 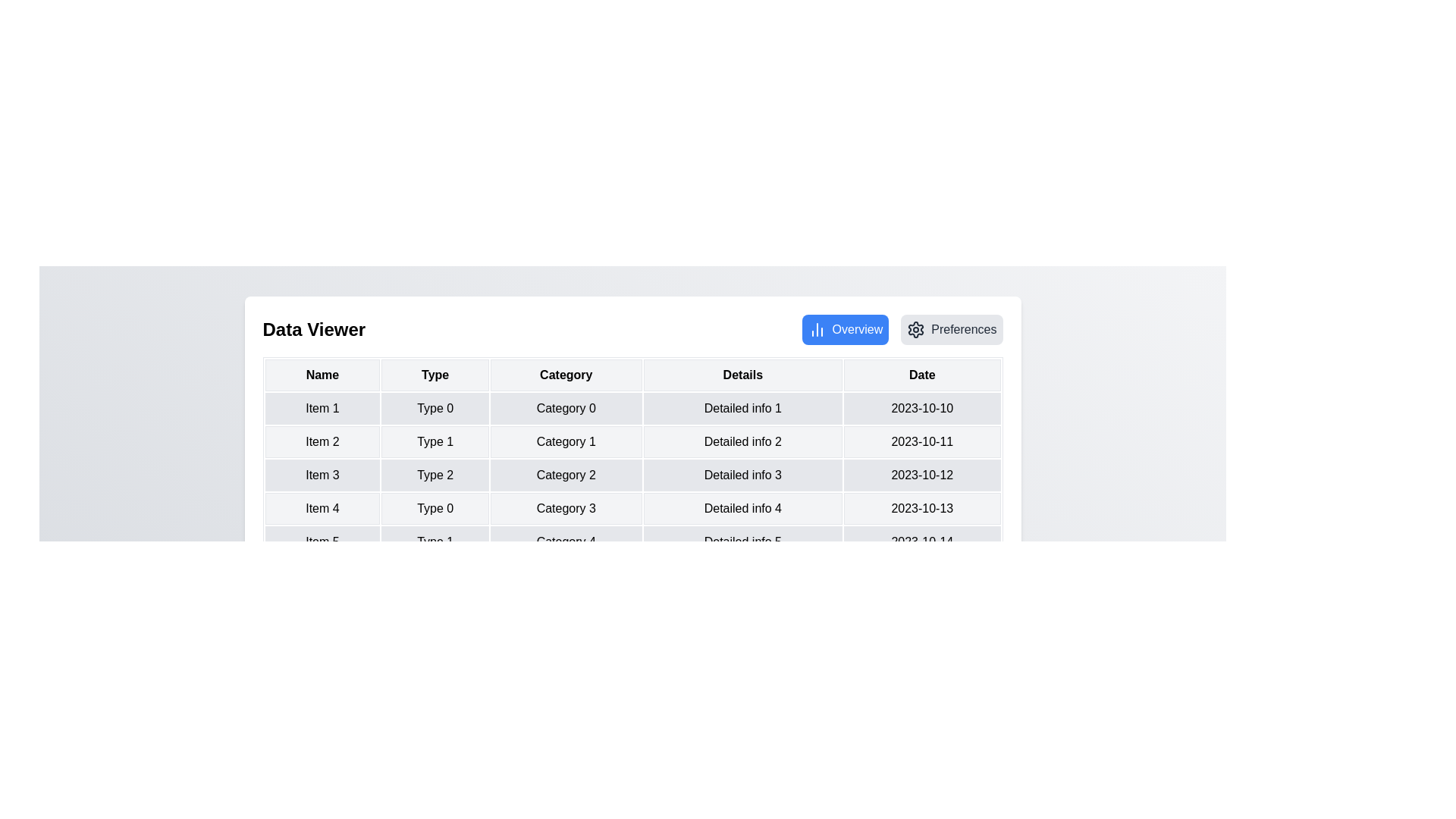 What do you see at coordinates (435, 375) in the screenshot?
I see `the column header Type to explore sorting options` at bounding box center [435, 375].